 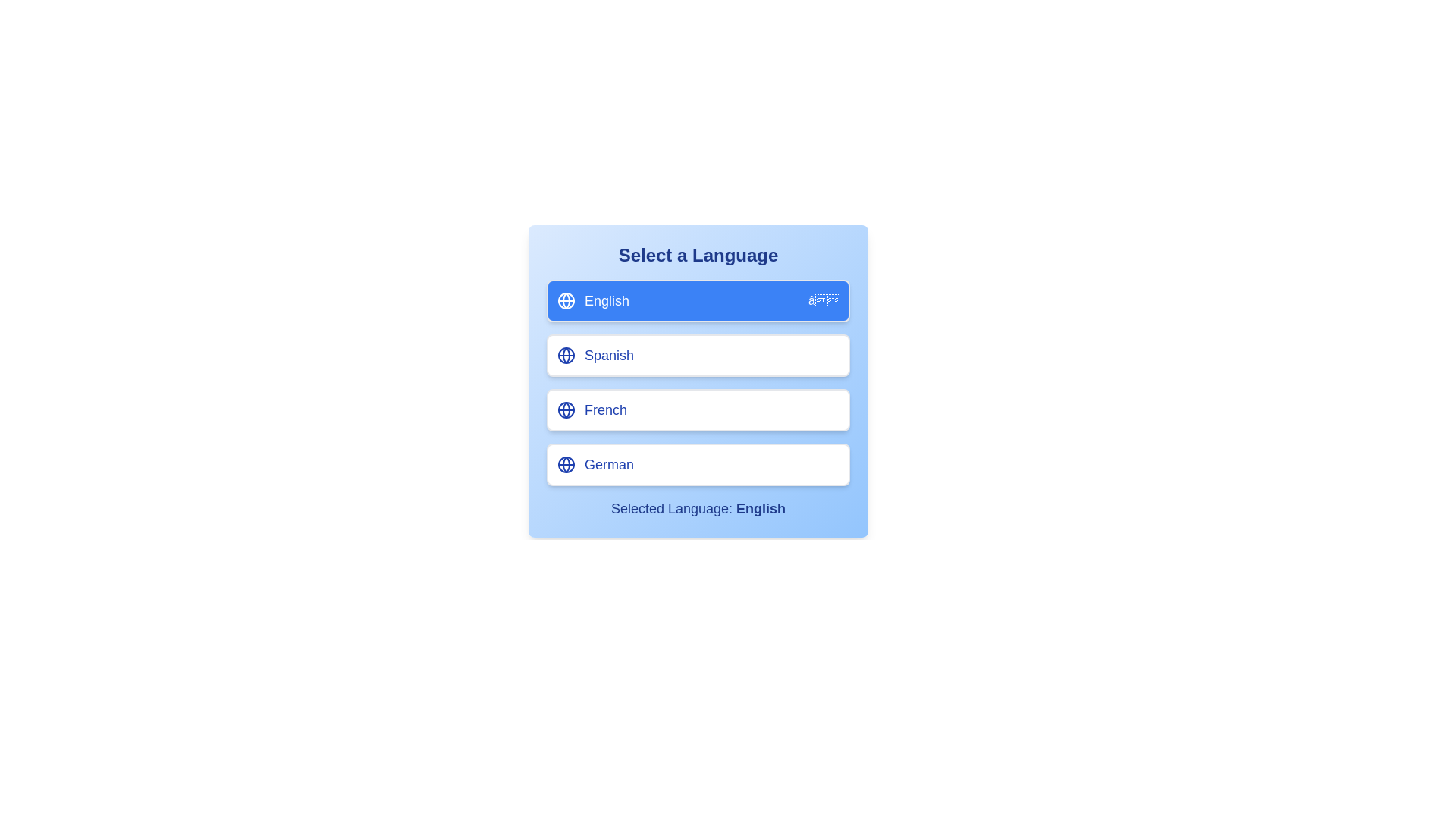 What do you see at coordinates (698, 464) in the screenshot?
I see `the 'German' language option button in the selection panel` at bounding box center [698, 464].